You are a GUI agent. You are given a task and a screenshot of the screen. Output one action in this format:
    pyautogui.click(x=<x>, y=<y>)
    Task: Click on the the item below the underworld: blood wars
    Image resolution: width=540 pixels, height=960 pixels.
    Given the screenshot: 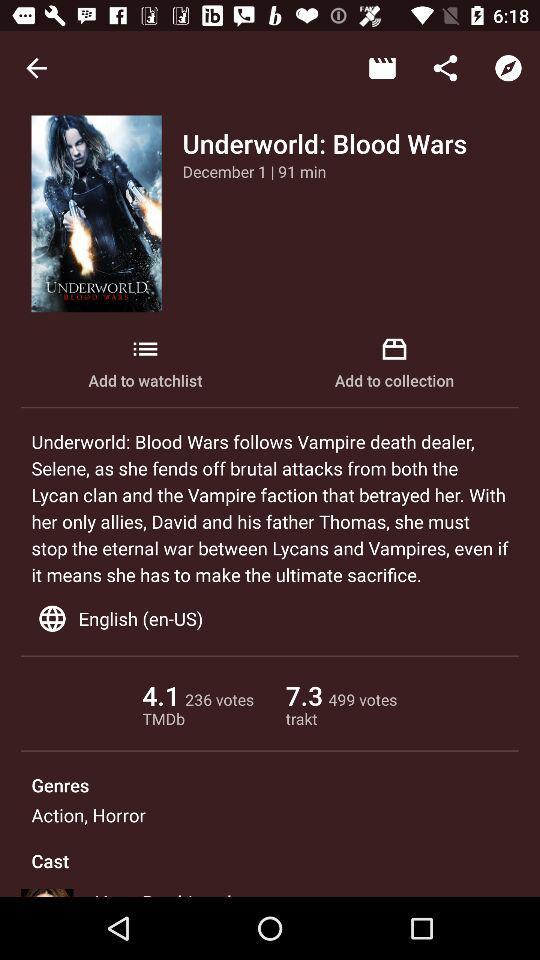 What is the action you would take?
    pyautogui.click(x=254, y=170)
    